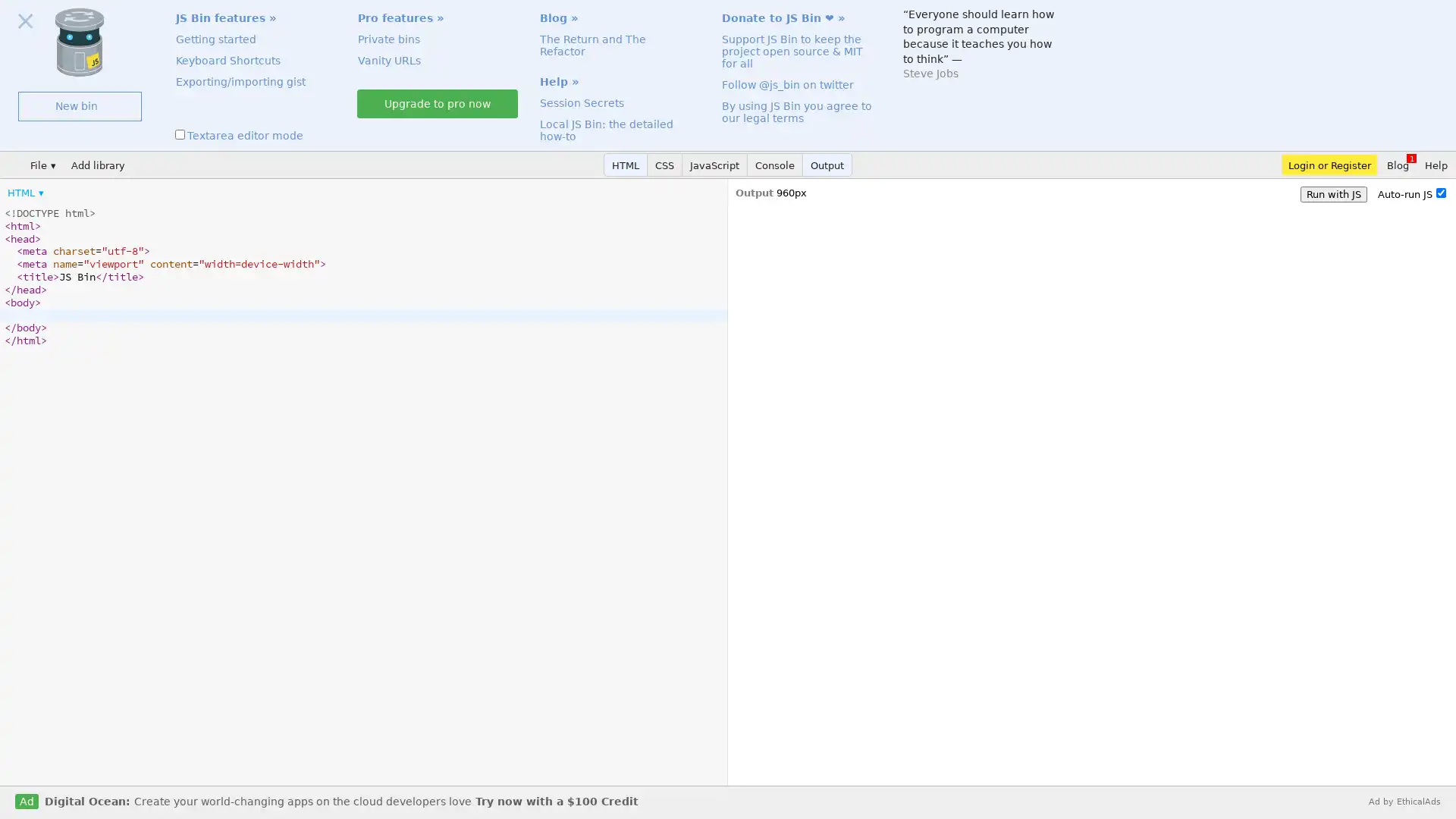 The height and width of the screenshot is (819, 1456). What do you see at coordinates (1332, 193) in the screenshot?
I see `Run with JS` at bounding box center [1332, 193].